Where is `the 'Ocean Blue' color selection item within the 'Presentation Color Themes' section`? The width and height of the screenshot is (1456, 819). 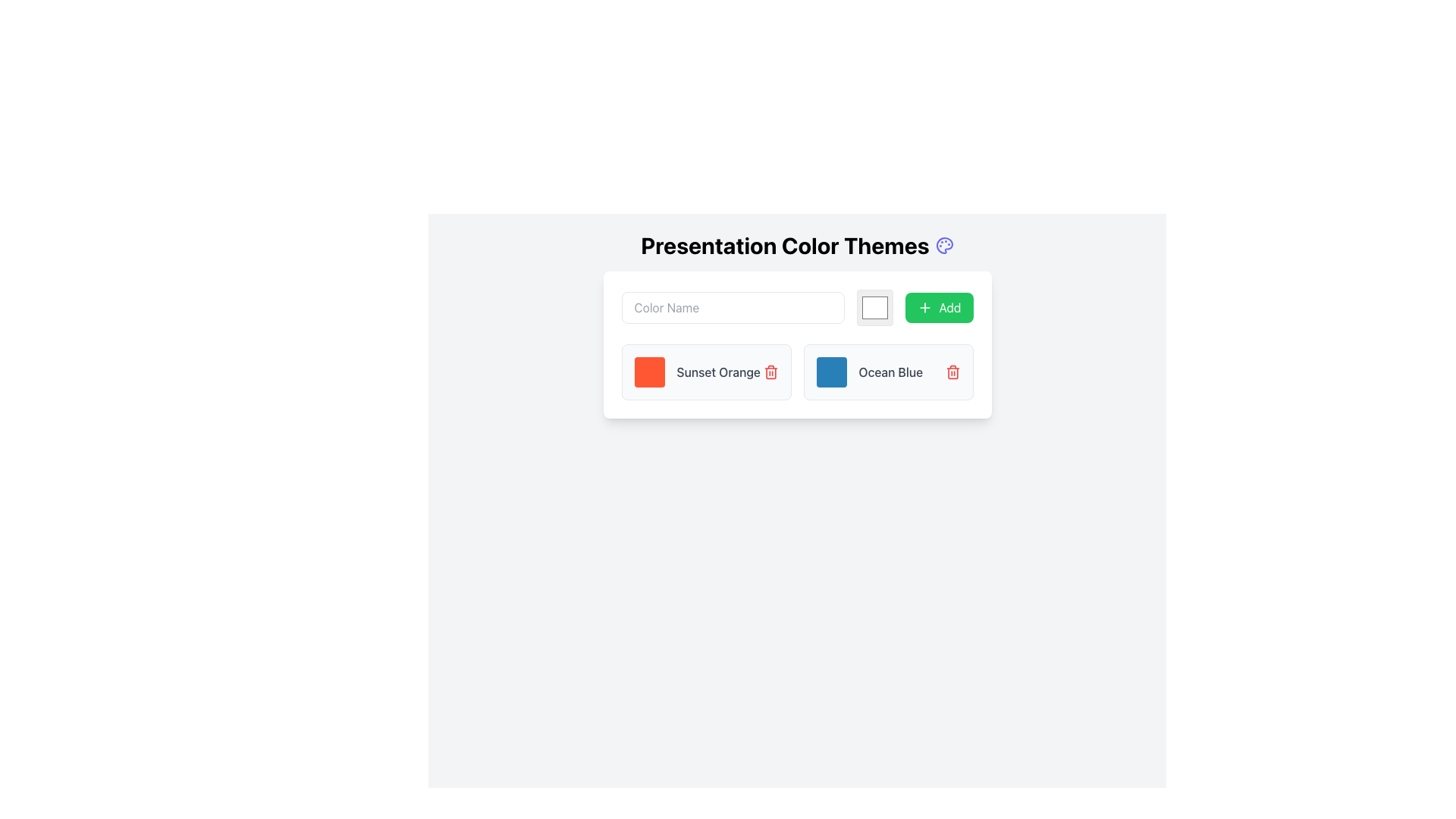
the 'Ocean Blue' color selection item within the 'Presentation Color Themes' section is located at coordinates (888, 372).